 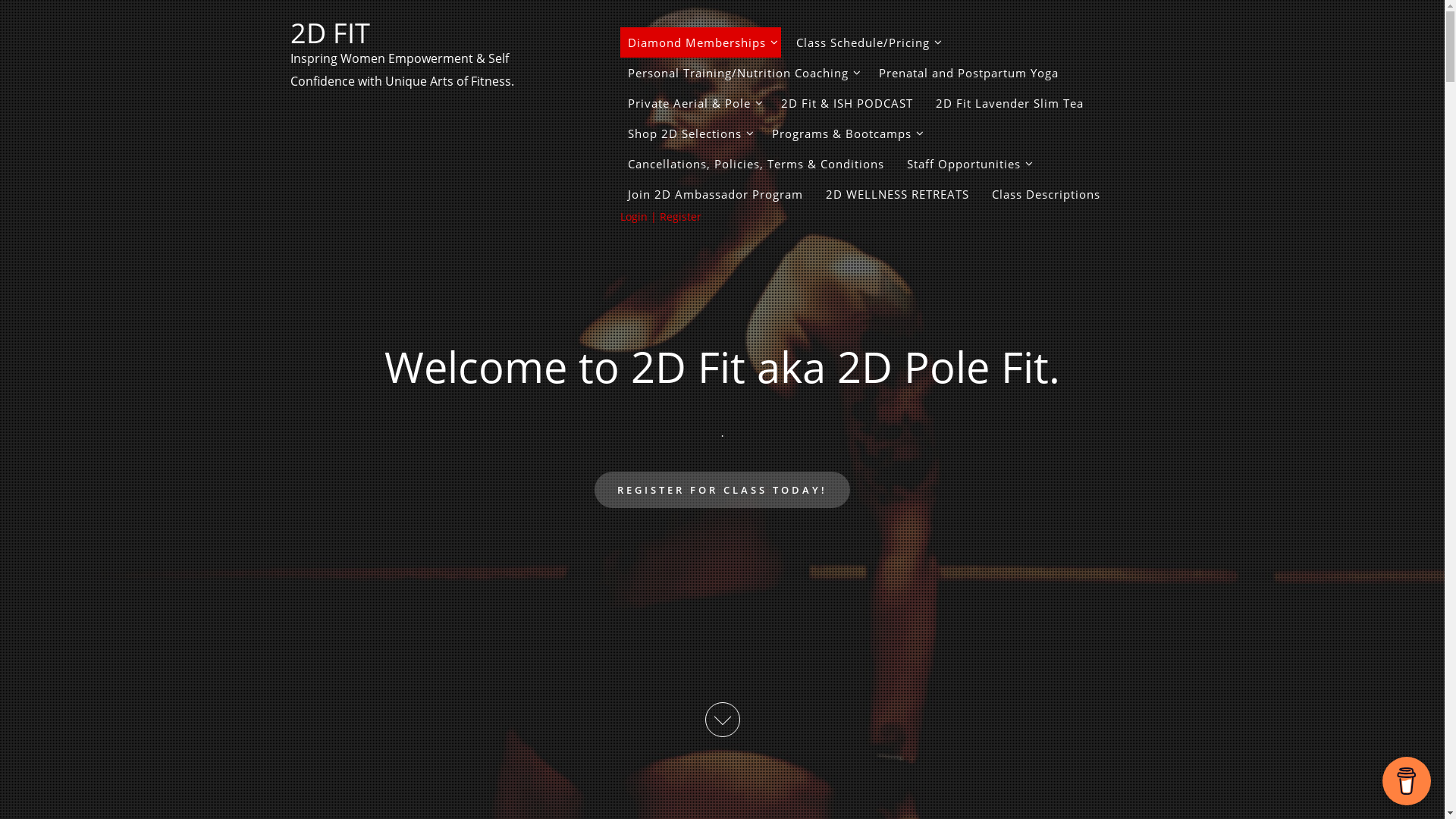 What do you see at coordinates (620, 193) in the screenshot?
I see `'Join 2D Ambassador Program'` at bounding box center [620, 193].